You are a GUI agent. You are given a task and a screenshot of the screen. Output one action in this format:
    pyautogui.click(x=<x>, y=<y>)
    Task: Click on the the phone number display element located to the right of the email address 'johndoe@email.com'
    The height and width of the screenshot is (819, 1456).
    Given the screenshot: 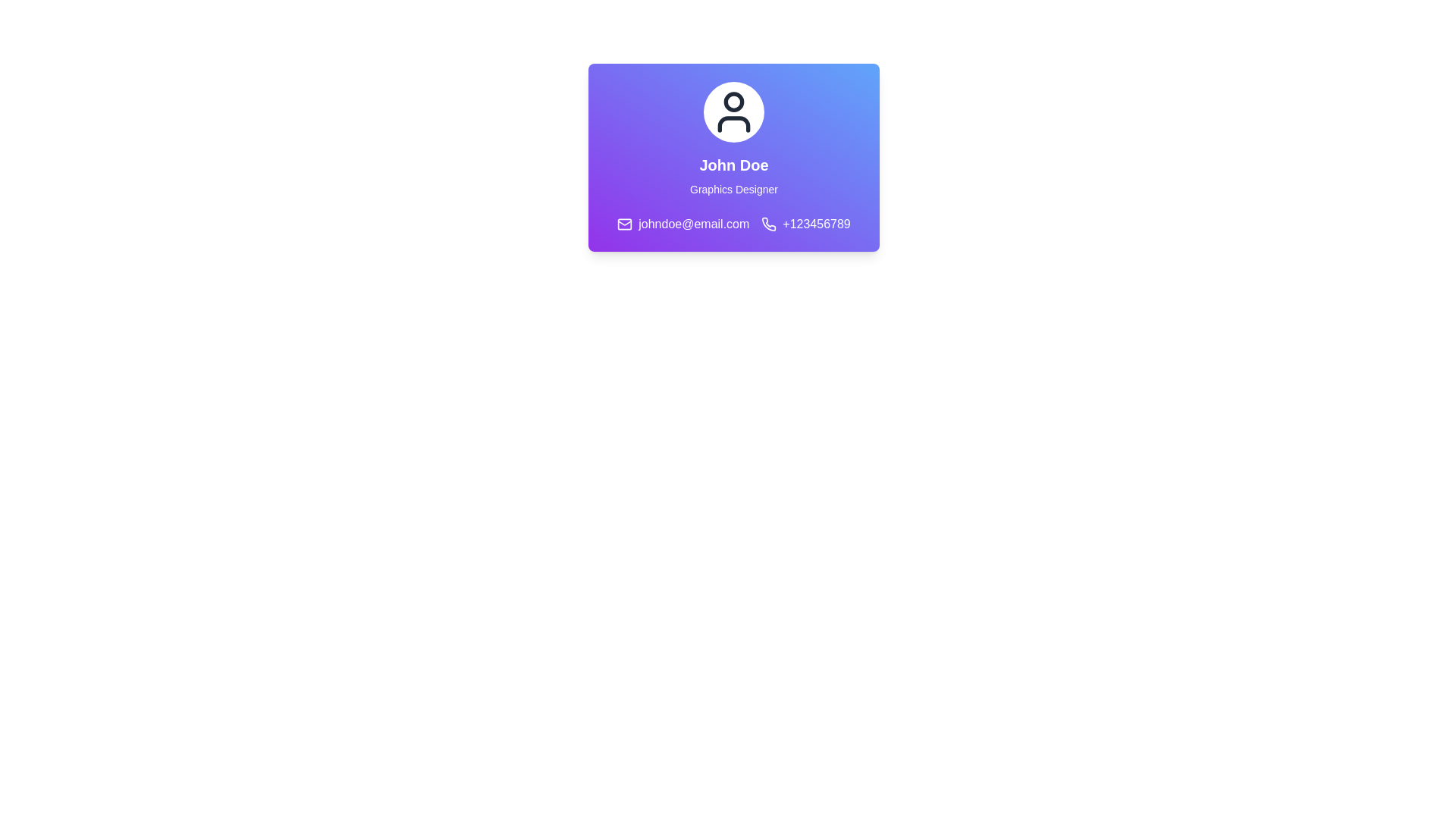 What is the action you would take?
    pyautogui.click(x=805, y=224)
    